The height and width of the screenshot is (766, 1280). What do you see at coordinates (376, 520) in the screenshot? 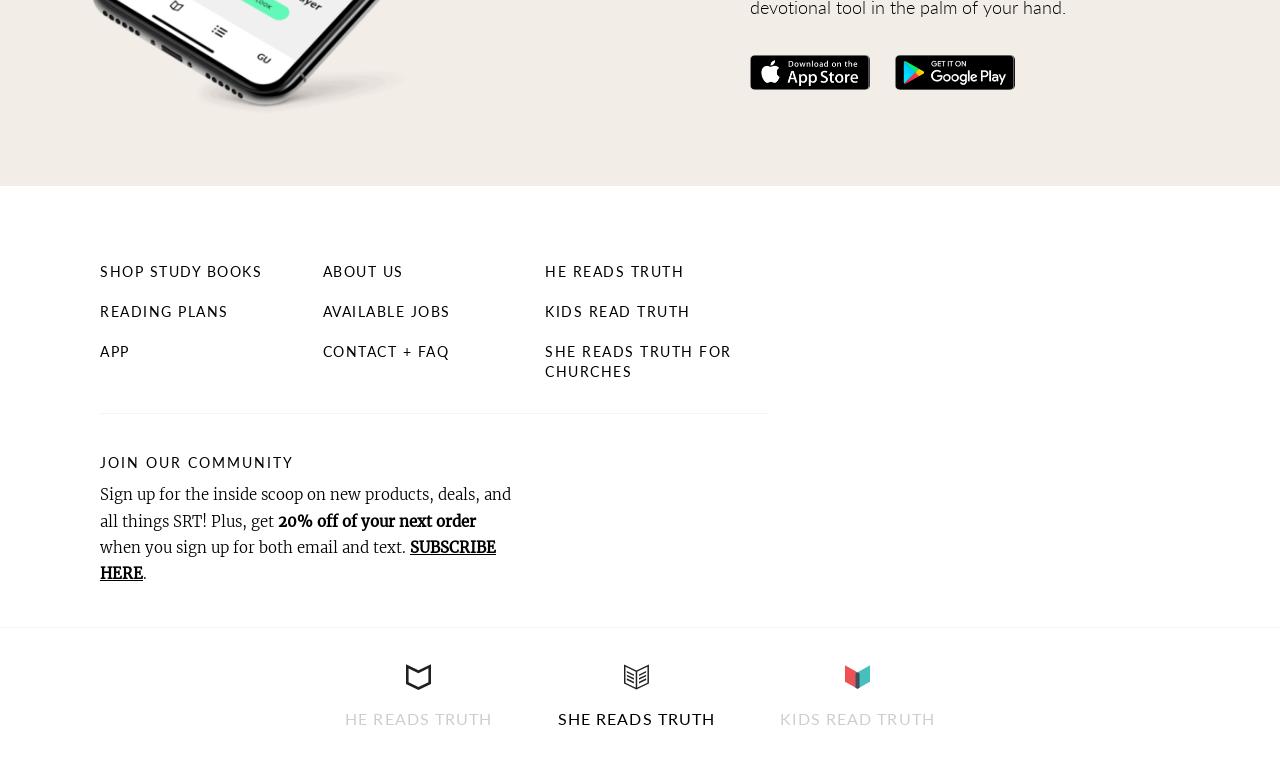
I see `'20% off of your next order'` at bounding box center [376, 520].